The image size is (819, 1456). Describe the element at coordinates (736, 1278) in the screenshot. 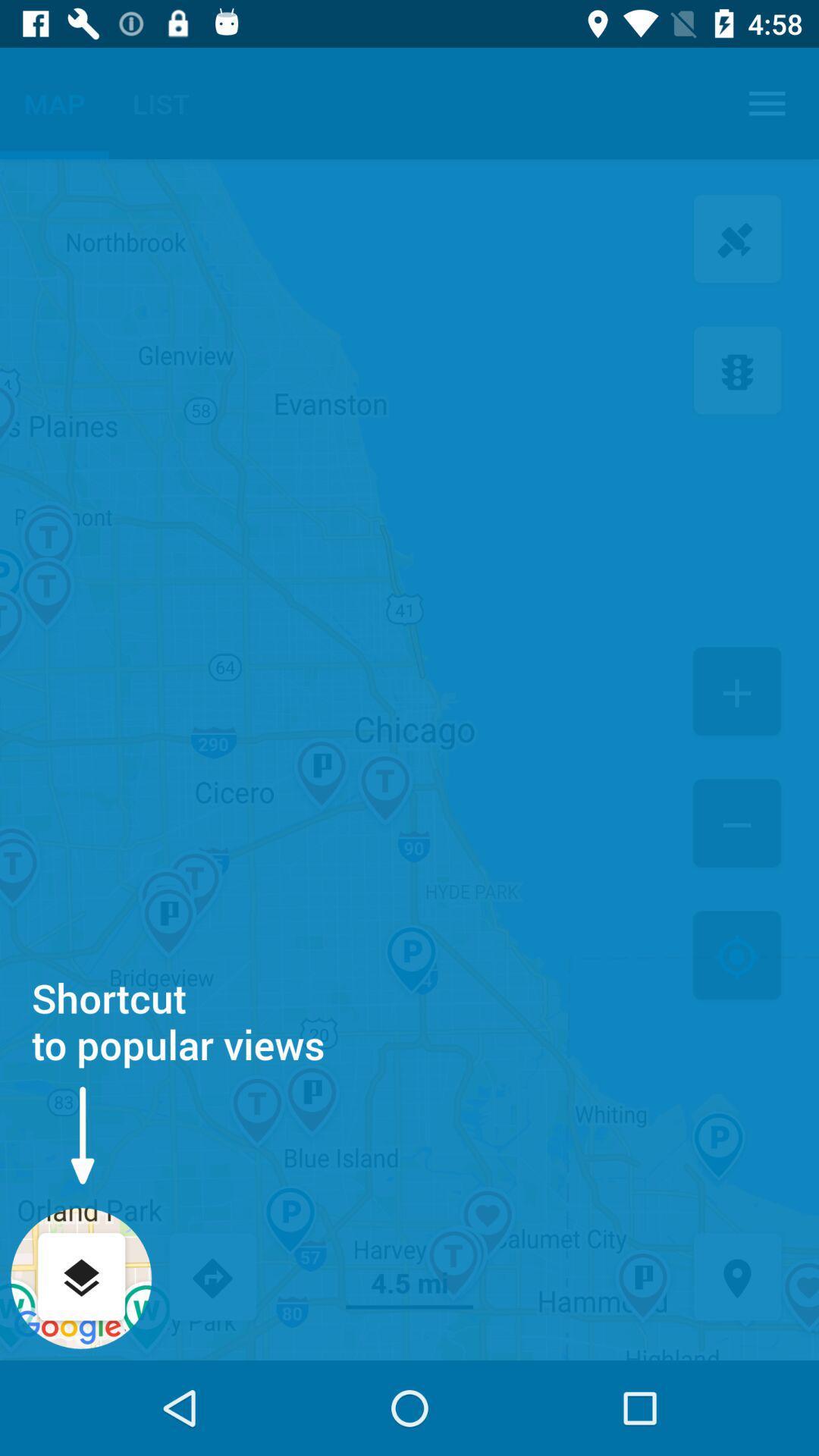

I see `the location icon` at that location.